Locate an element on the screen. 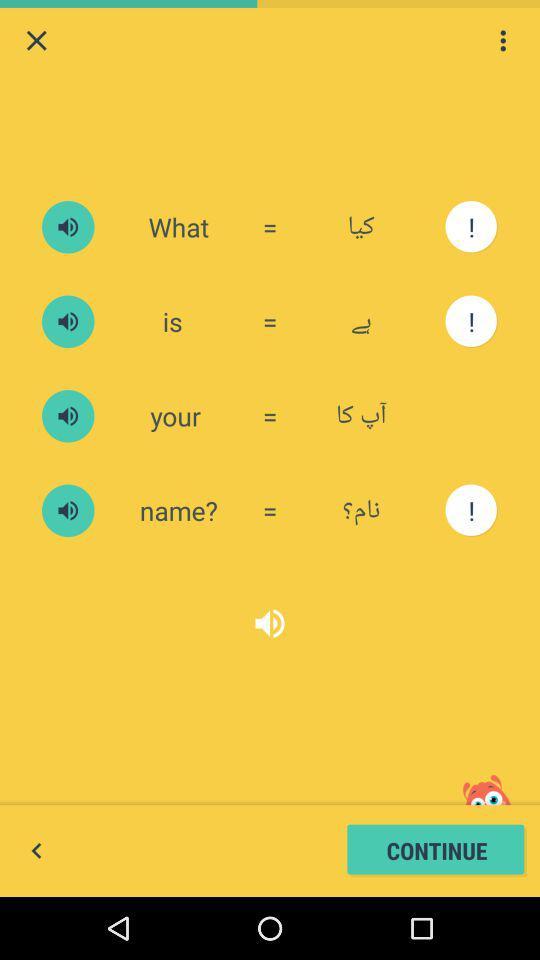  pronounce word audio is located at coordinates (67, 227).